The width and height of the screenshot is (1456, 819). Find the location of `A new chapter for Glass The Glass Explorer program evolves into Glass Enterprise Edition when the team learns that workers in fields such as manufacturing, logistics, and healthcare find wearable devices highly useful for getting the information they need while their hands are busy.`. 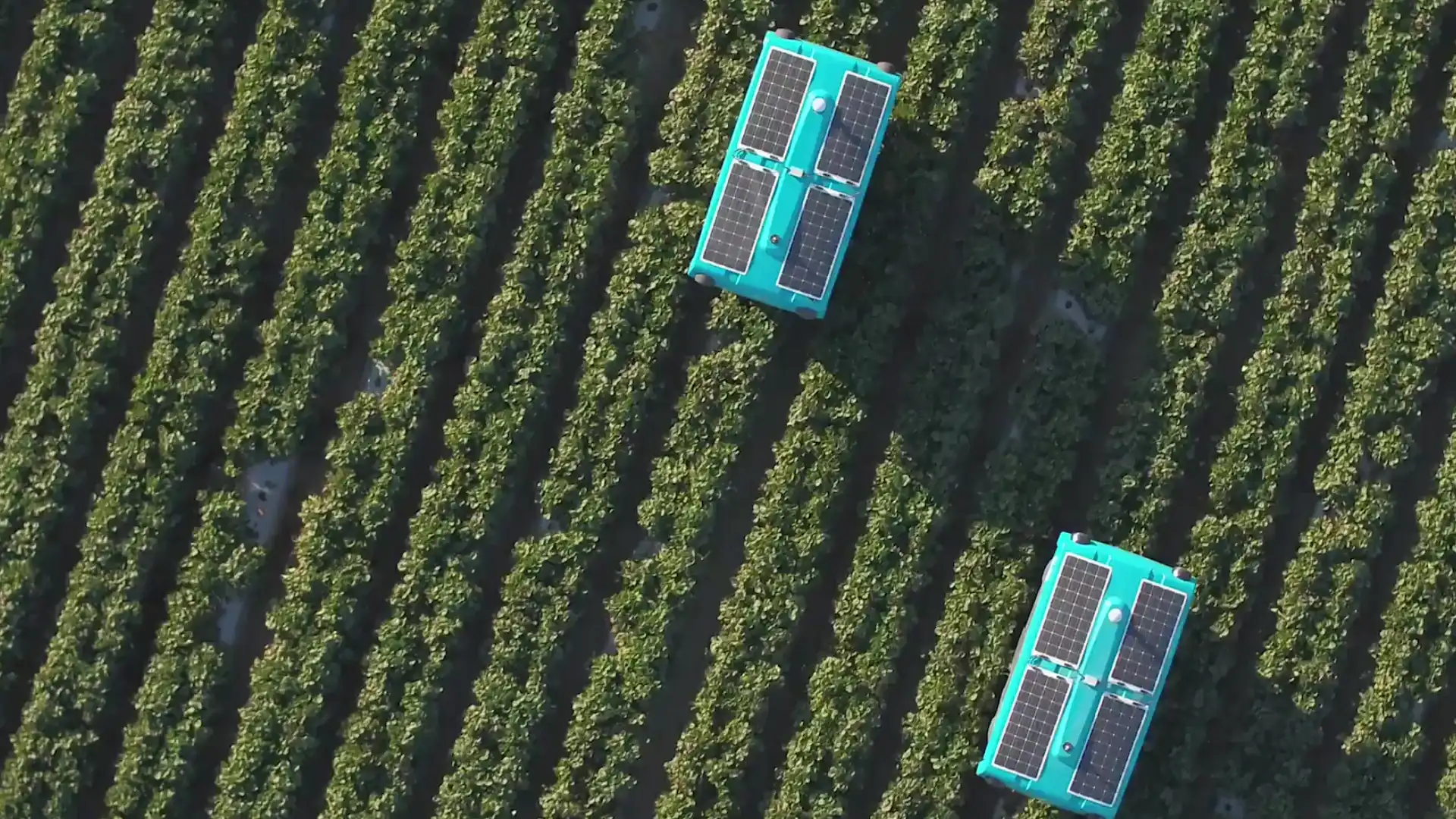

A new chapter for Glass The Glass Explorer program evolves into Glass Enterprise Edition when the team learns that workers in fields such as manufacturing, logistics, and healthcare find wearable devices highly useful for getting the information they need while their hands are busy. is located at coordinates (768, 259).